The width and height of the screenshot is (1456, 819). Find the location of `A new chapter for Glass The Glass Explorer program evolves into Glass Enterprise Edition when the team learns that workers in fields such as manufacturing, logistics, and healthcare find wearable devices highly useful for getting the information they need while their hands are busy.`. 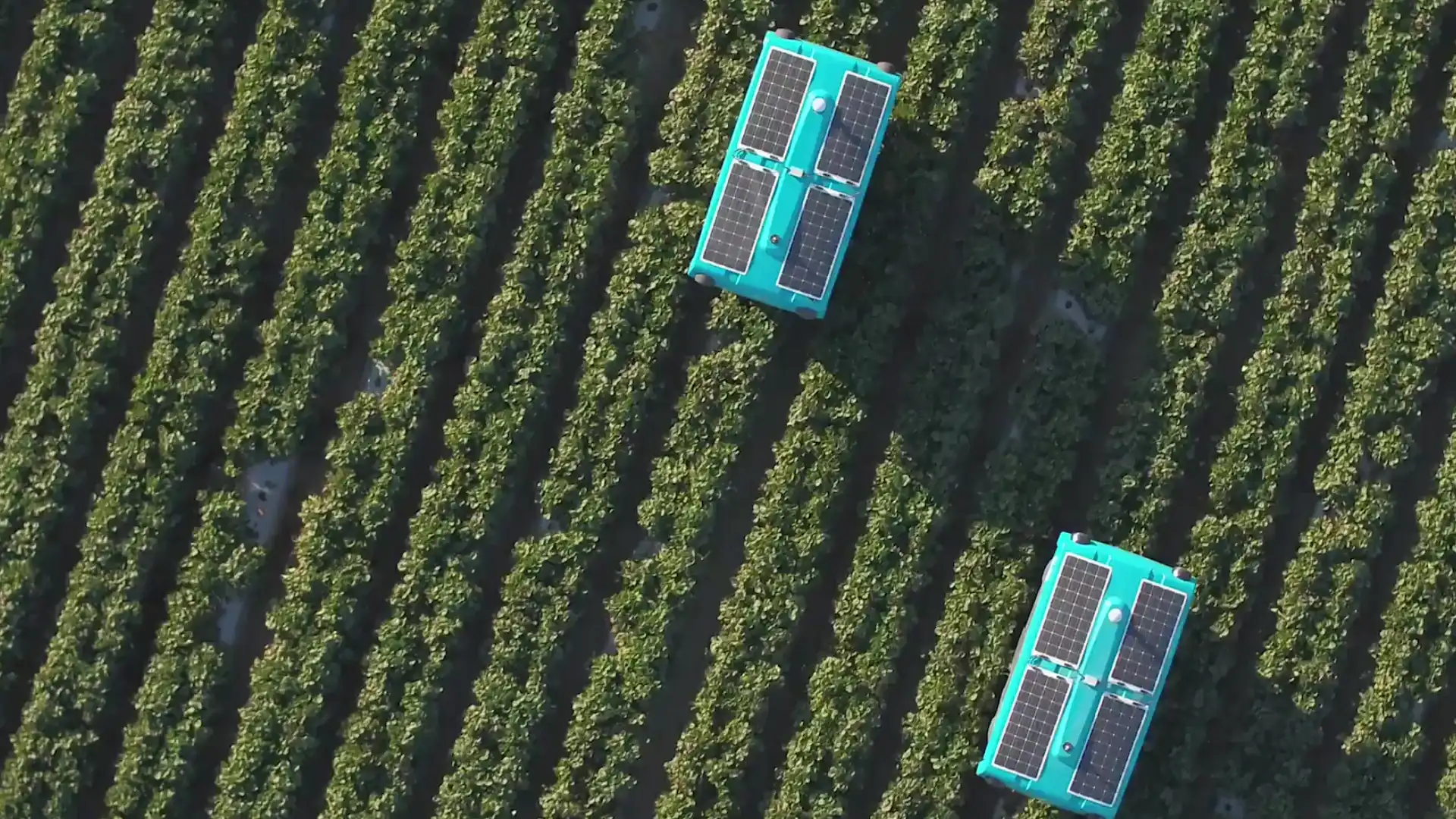

A new chapter for Glass The Glass Explorer program evolves into Glass Enterprise Edition when the team learns that workers in fields such as manufacturing, logistics, and healthcare find wearable devices highly useful for getting the information they need while their hands are busy. is located at coordinates (768, 259).